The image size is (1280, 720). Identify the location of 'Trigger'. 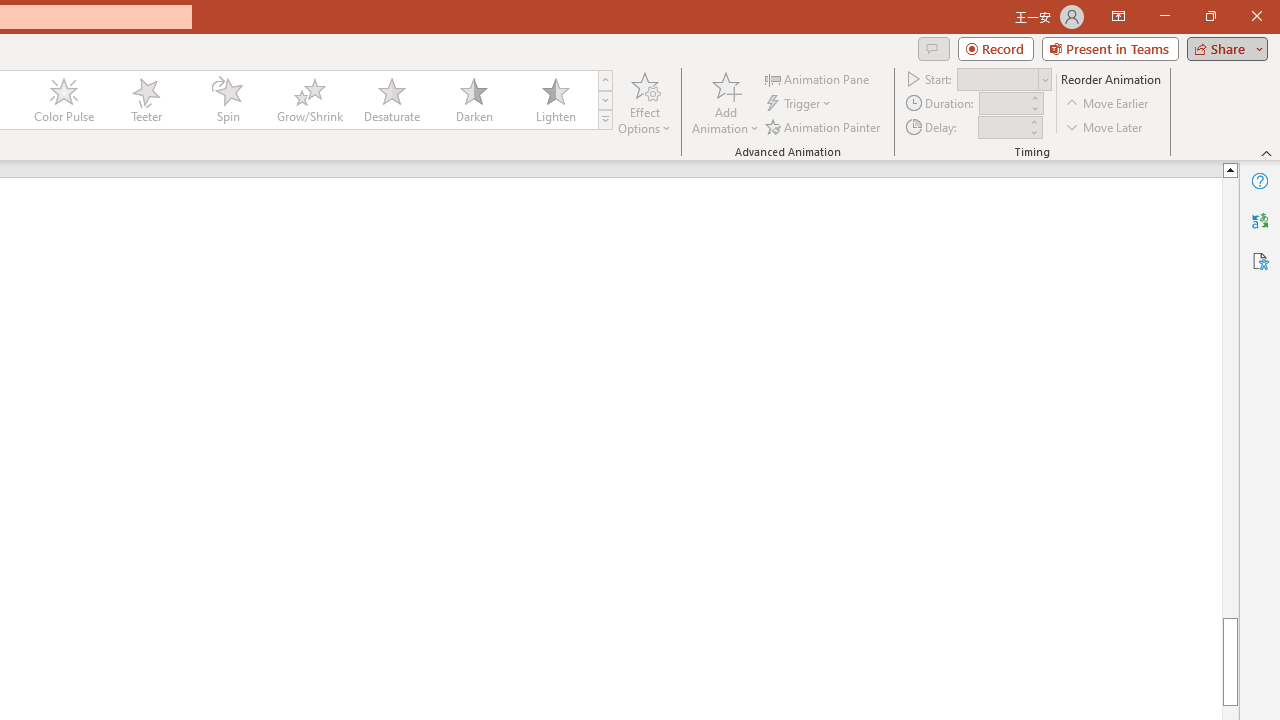
(800, 103).